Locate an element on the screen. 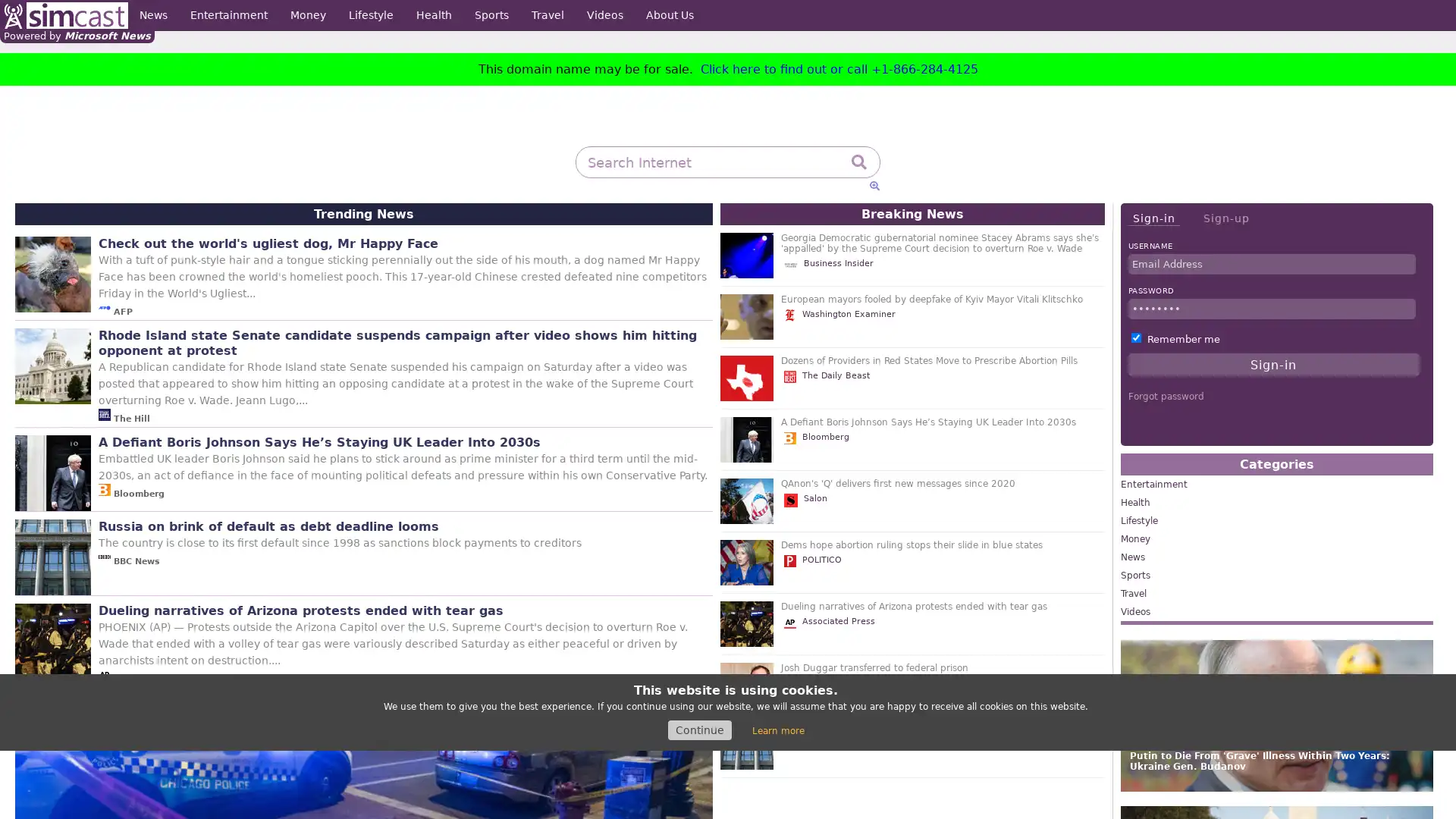 This screenshot has height=819, width=1456. Continue is located at coordinates (698, 730).